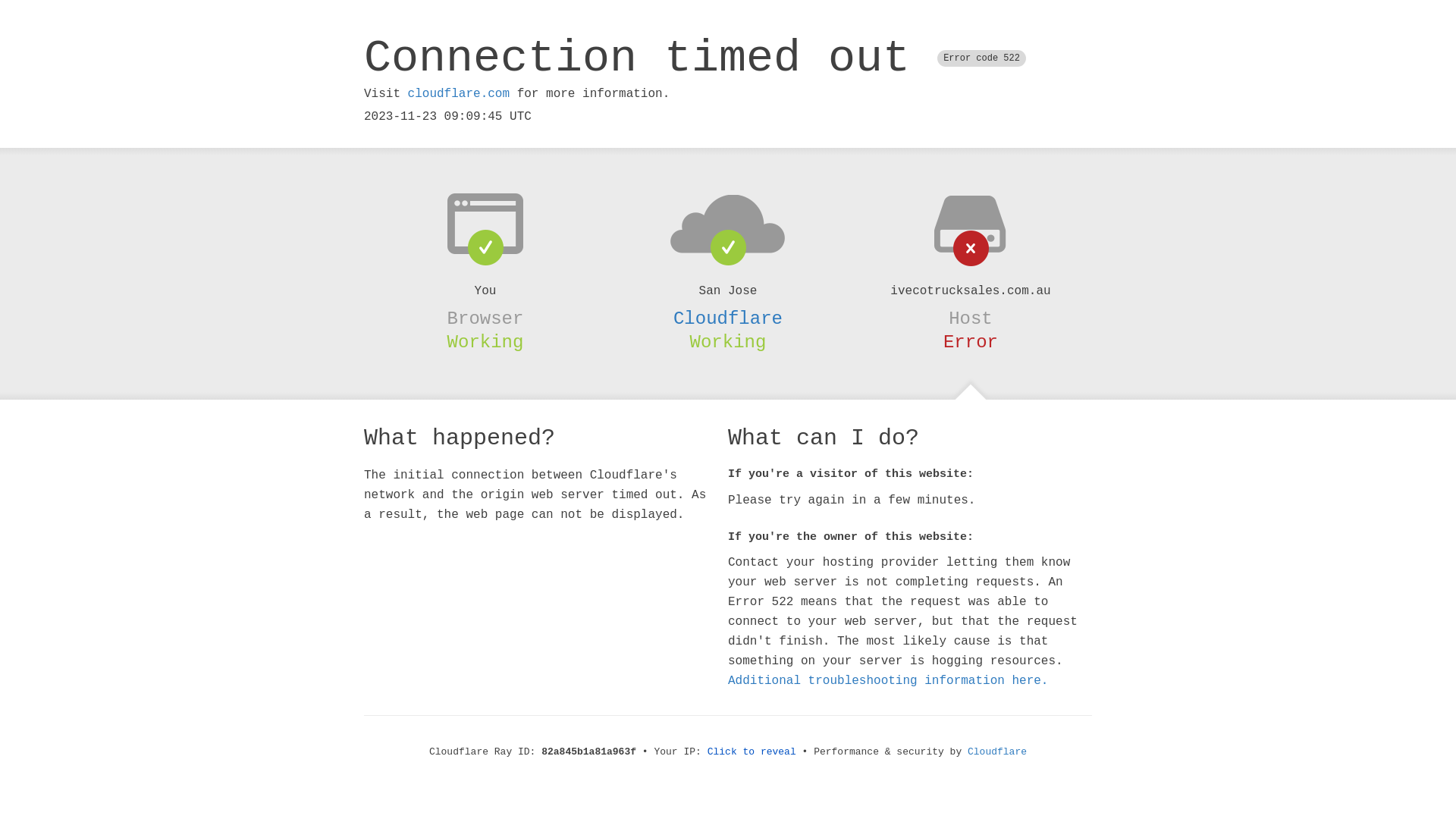 The image size is (1456, 819). What do you see at coordinates (752, 752) in the screenshot?
I see `'Click to reveal'` at bounding box center [752, 752].